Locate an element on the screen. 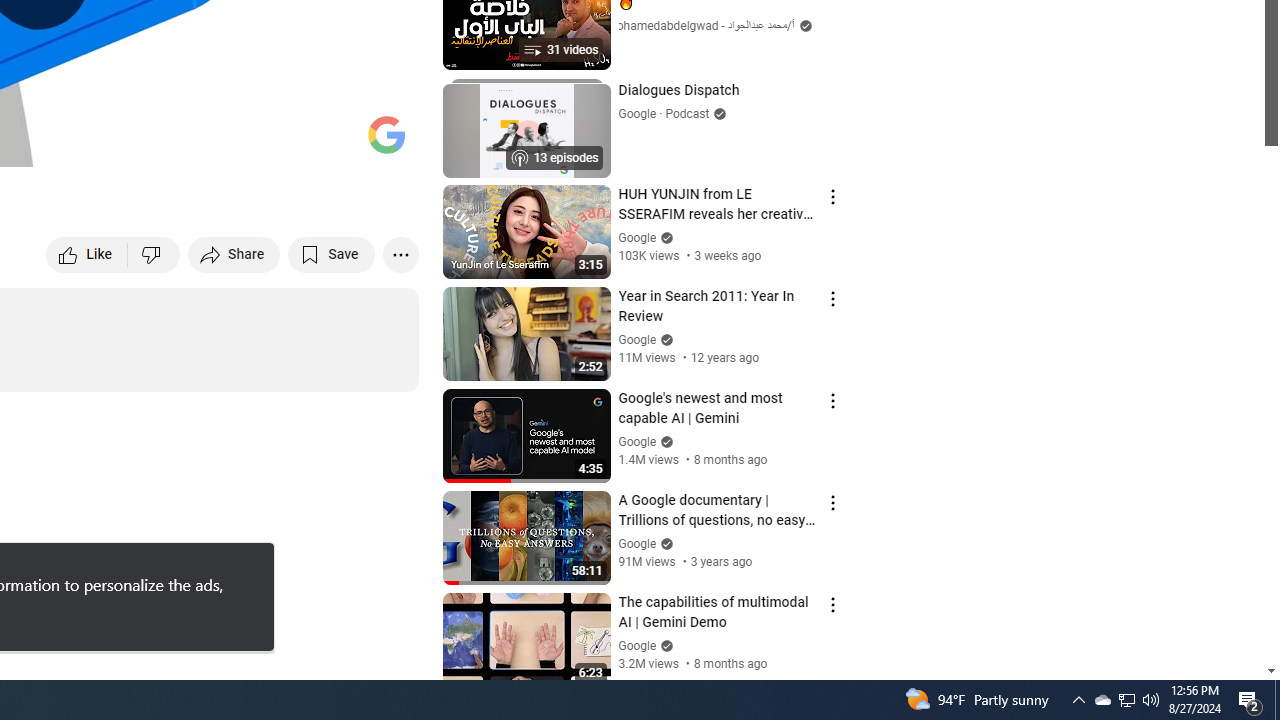 This screenshot has height=720, width=1280. 'Action menu' is located at coordinates (832, 604).